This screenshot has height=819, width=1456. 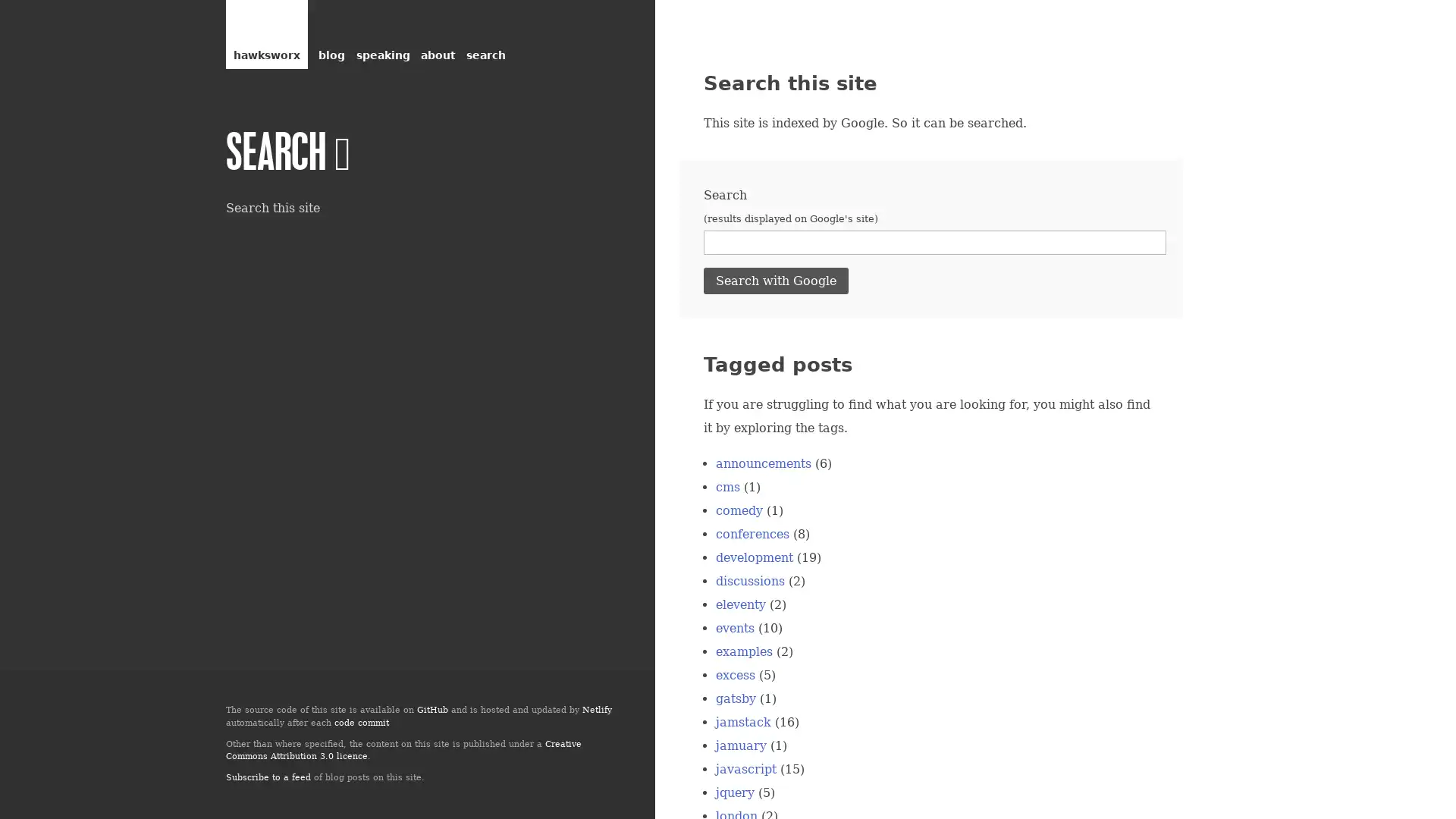 I want to click on Search with Google, so click(x=776, y=280).